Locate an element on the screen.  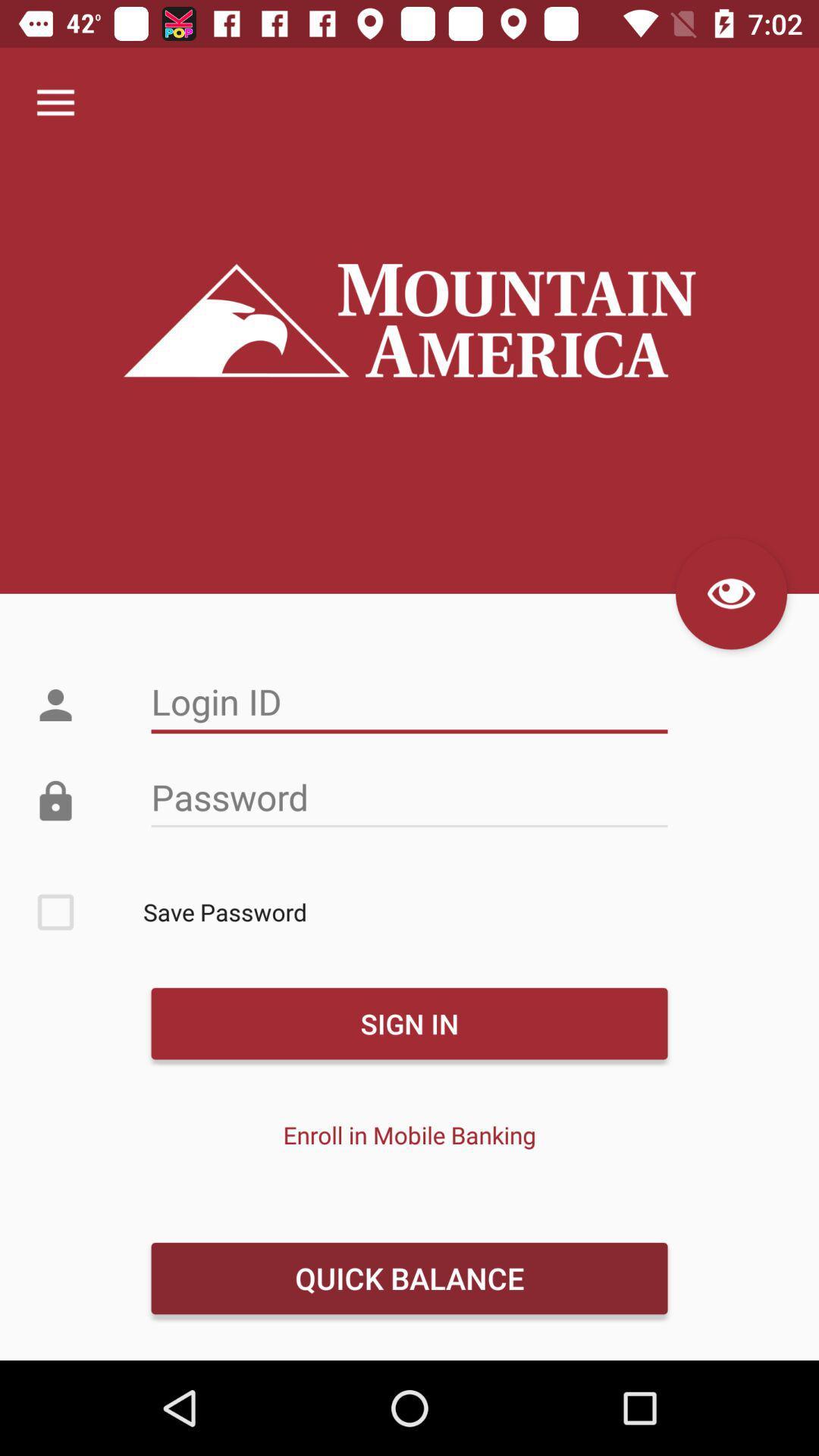
icon below save password icon is located at coordinates (409, 1023).